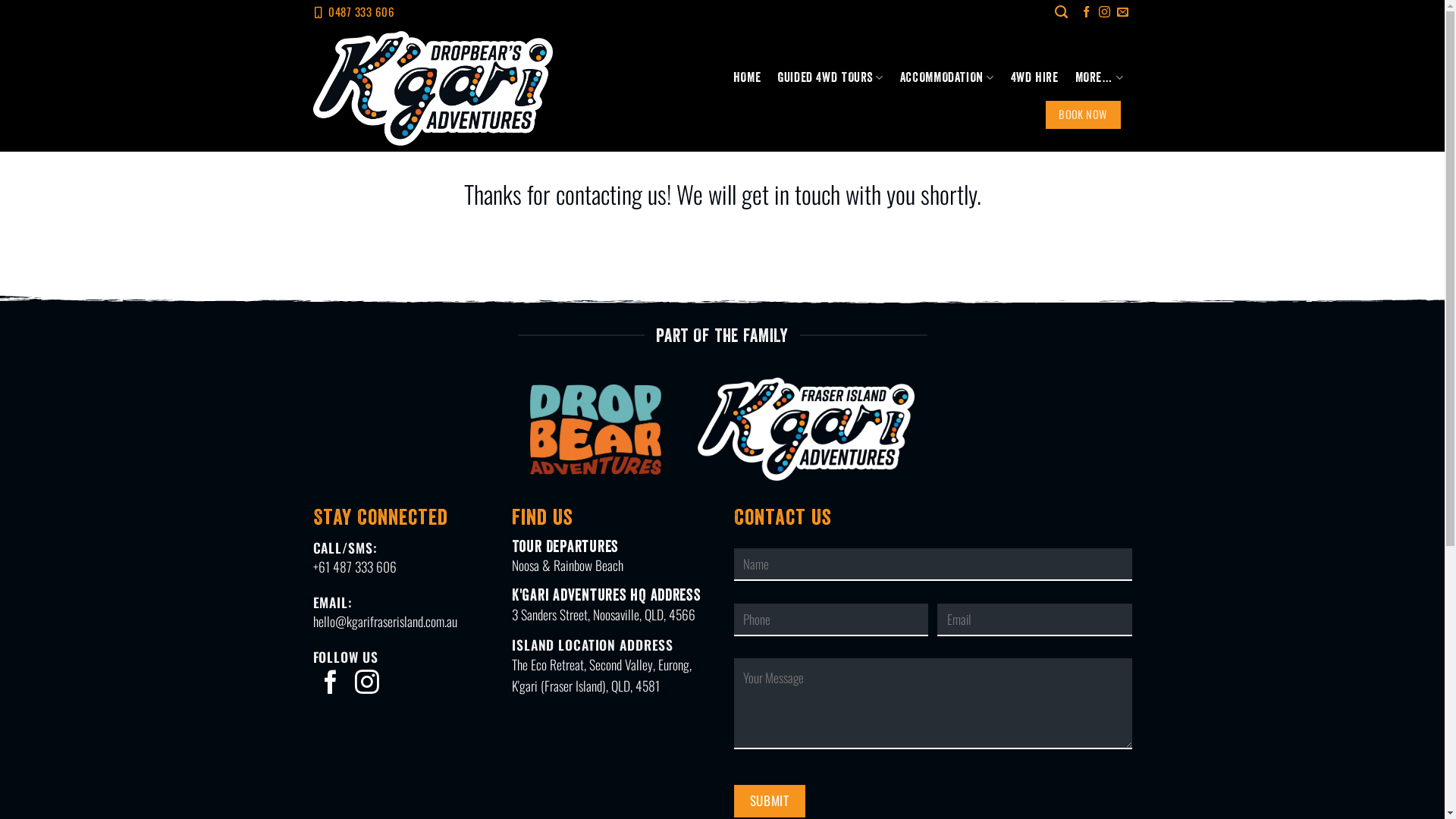  I want to click on 'GUIDED 4WD TOURS', so click(829, 77).